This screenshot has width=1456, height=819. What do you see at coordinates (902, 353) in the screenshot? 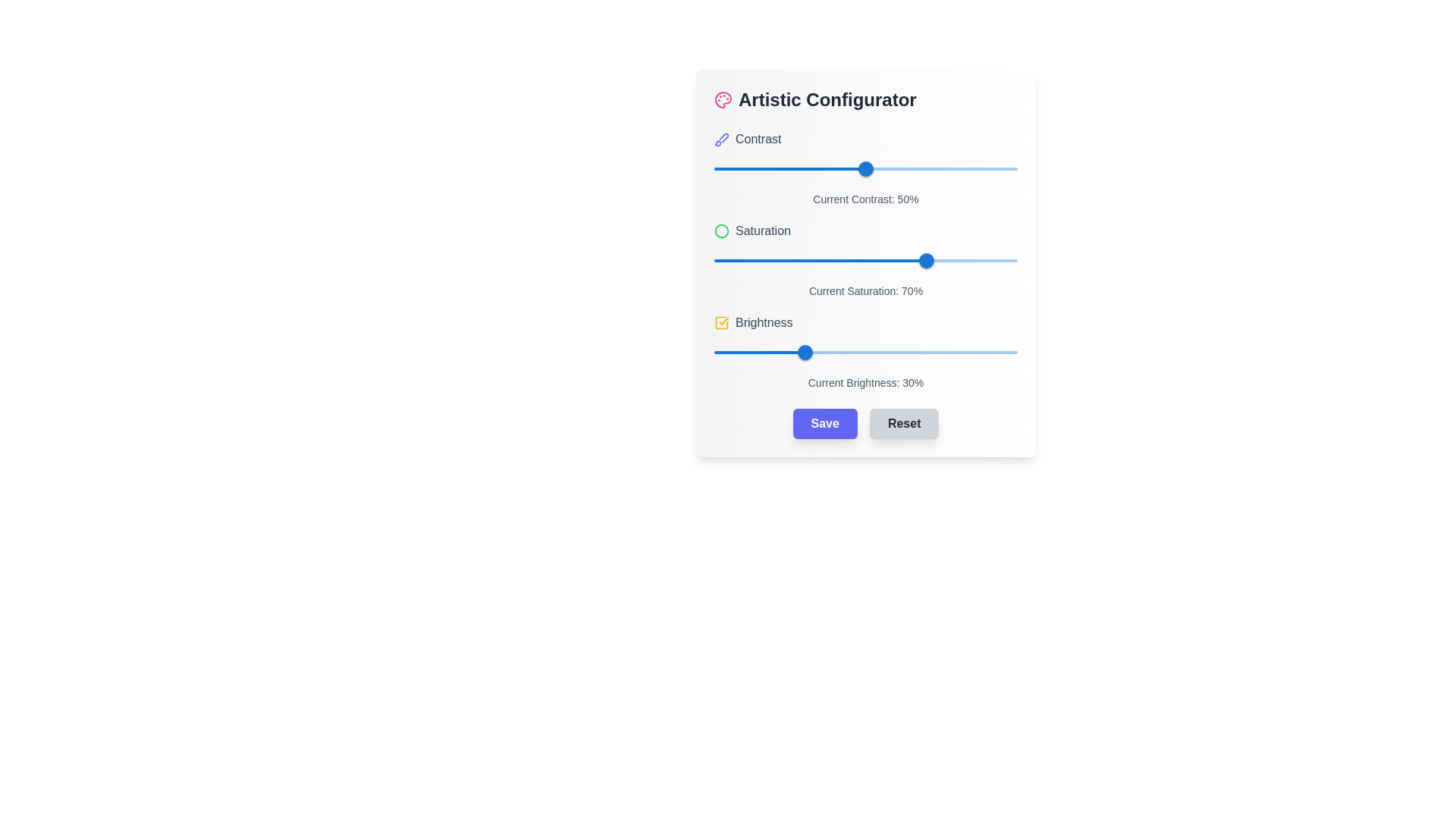
I see `the brightness level` at bounding box center [902, 353].